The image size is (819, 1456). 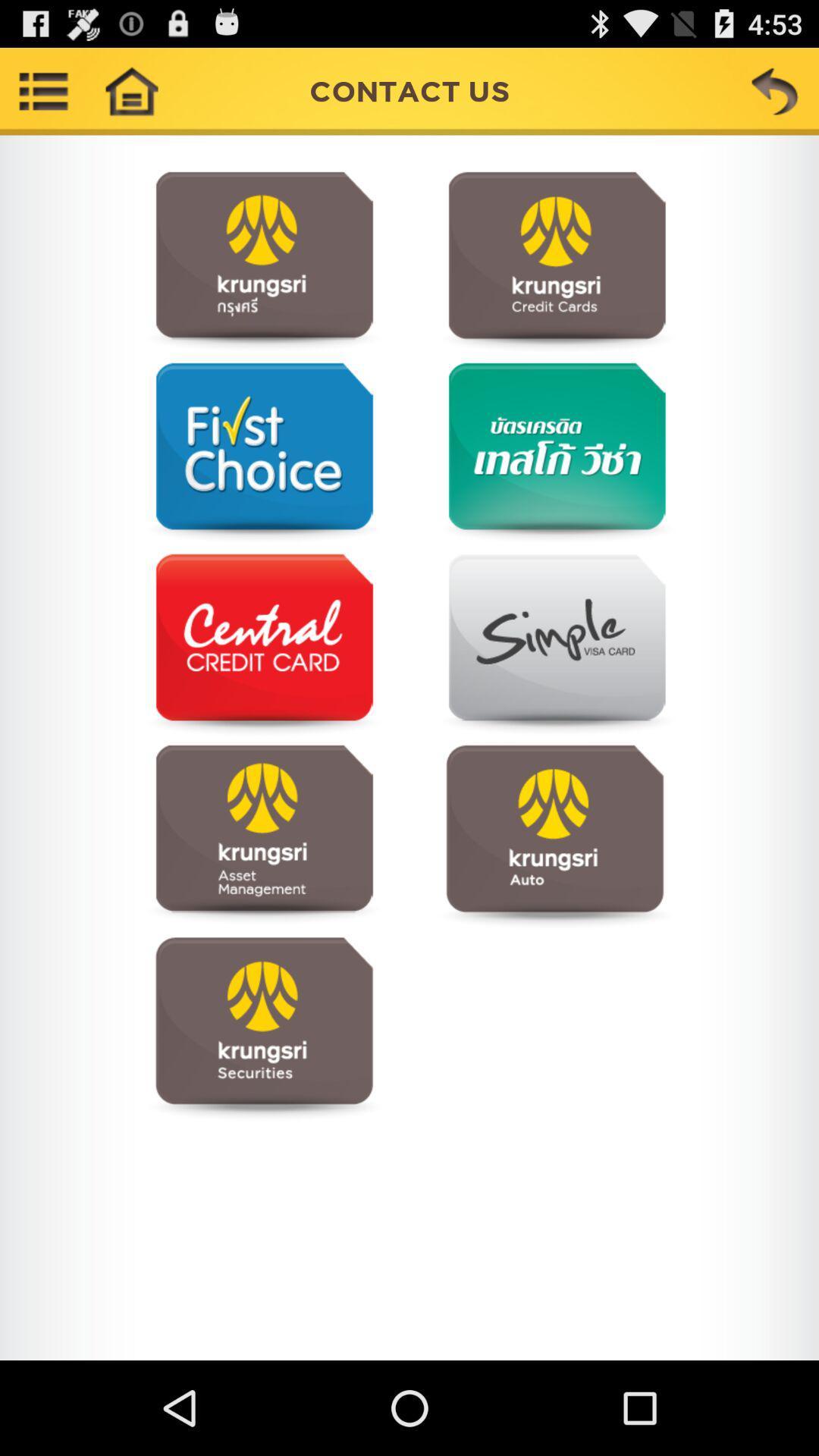 I want to click on simple visa card, so click(x=554, y=645).